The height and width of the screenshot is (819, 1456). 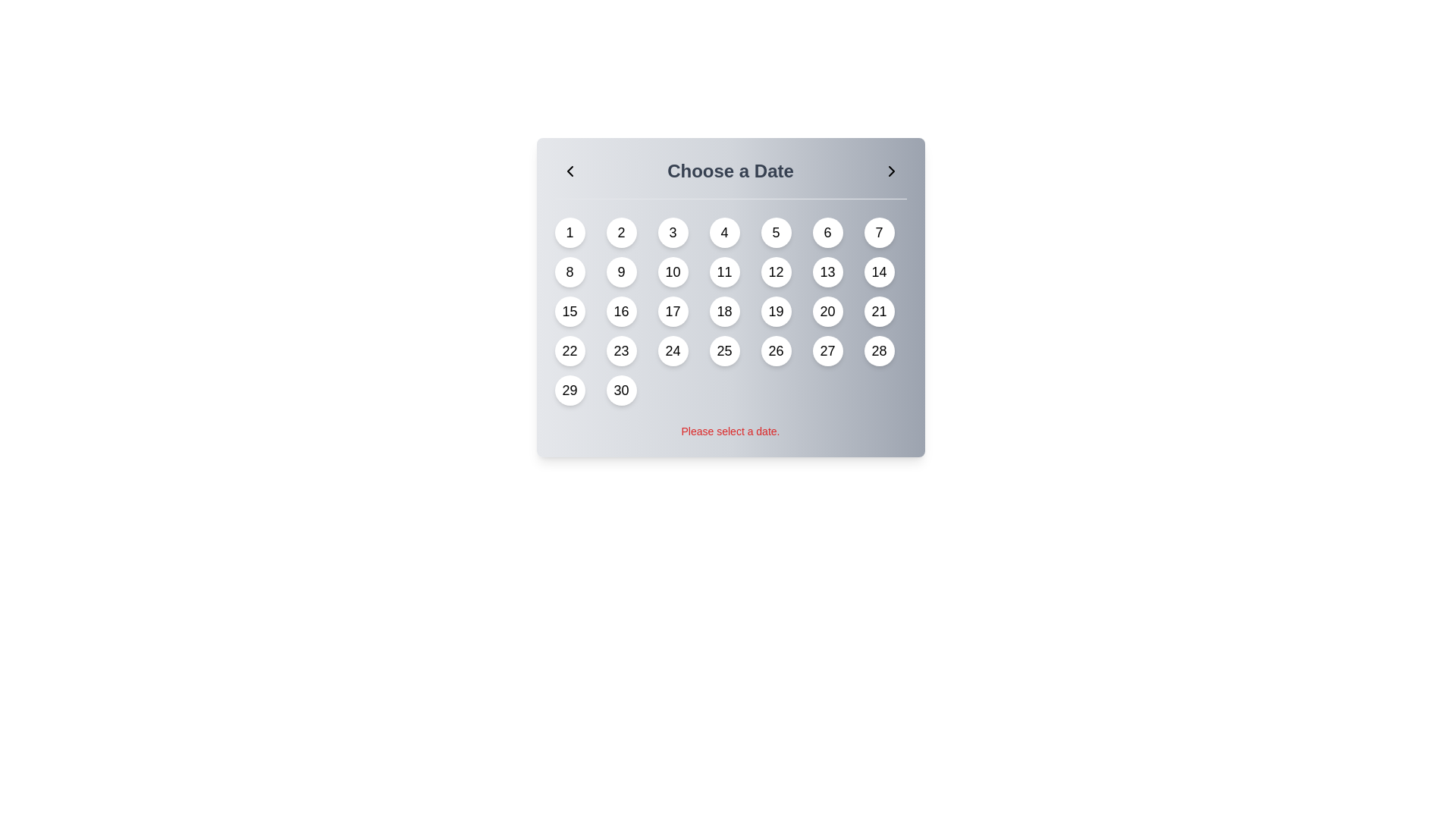 I want to click on the date selection button for '30' located in the fifth row and second column of the calendar grid, so click(x=621, y=390).